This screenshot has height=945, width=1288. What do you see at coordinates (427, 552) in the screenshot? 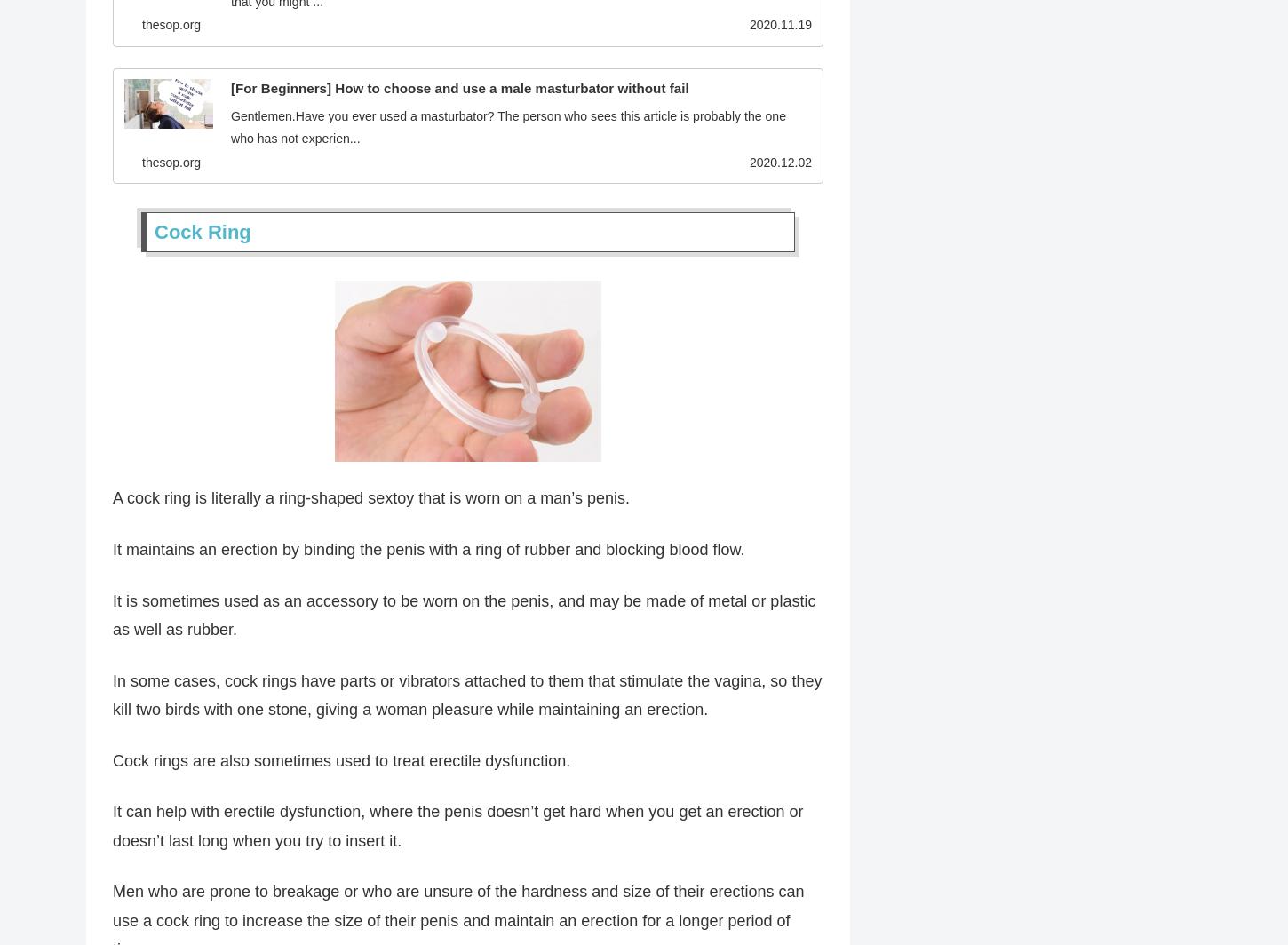
I see `'It maintains an erection by binding the penis with a ring of rubber and blocking blood flow.'` at bounding box center [427, 552].